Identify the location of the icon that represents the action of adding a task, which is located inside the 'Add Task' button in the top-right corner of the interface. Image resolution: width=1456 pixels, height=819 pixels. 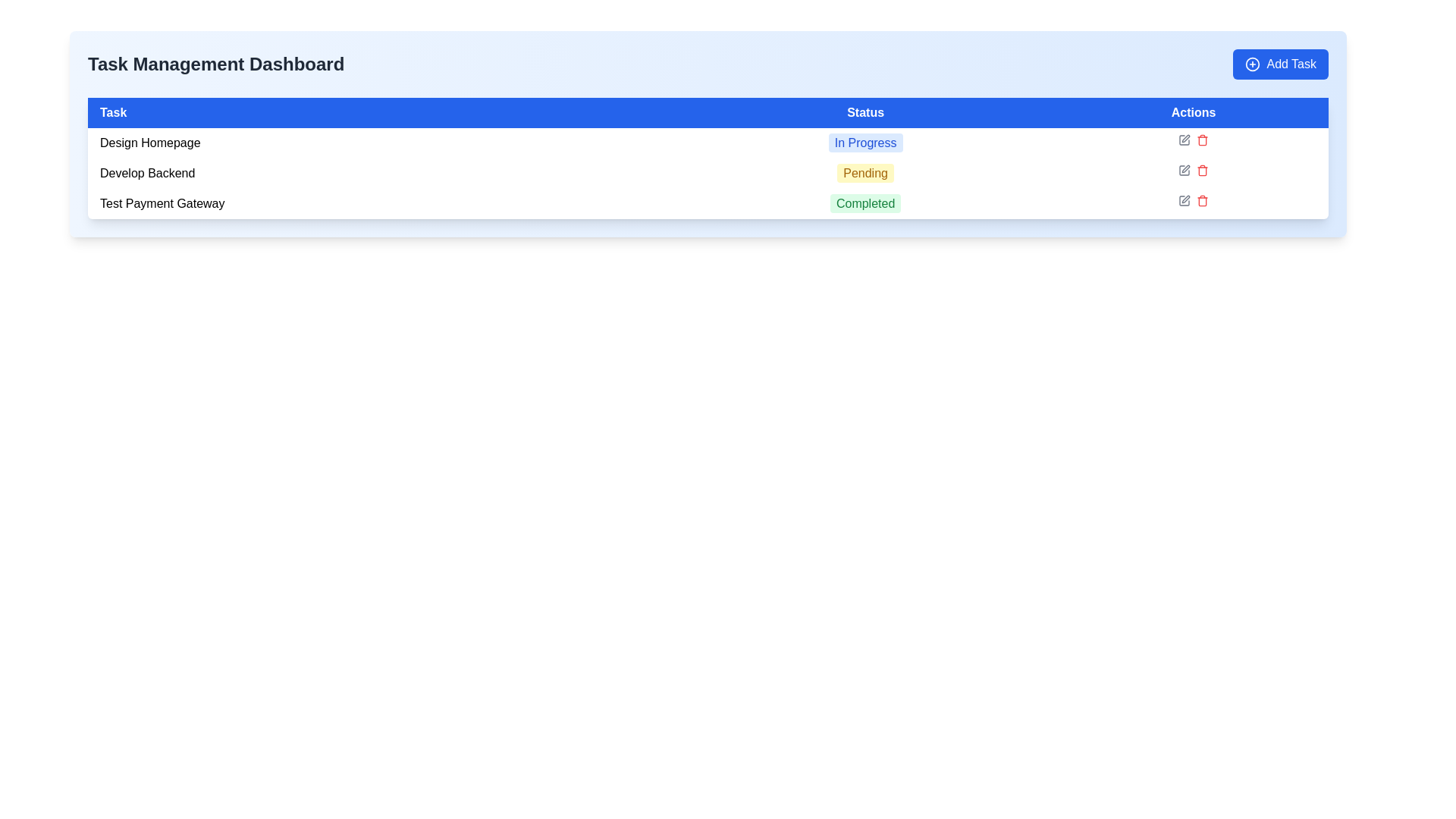
(1253, 63).